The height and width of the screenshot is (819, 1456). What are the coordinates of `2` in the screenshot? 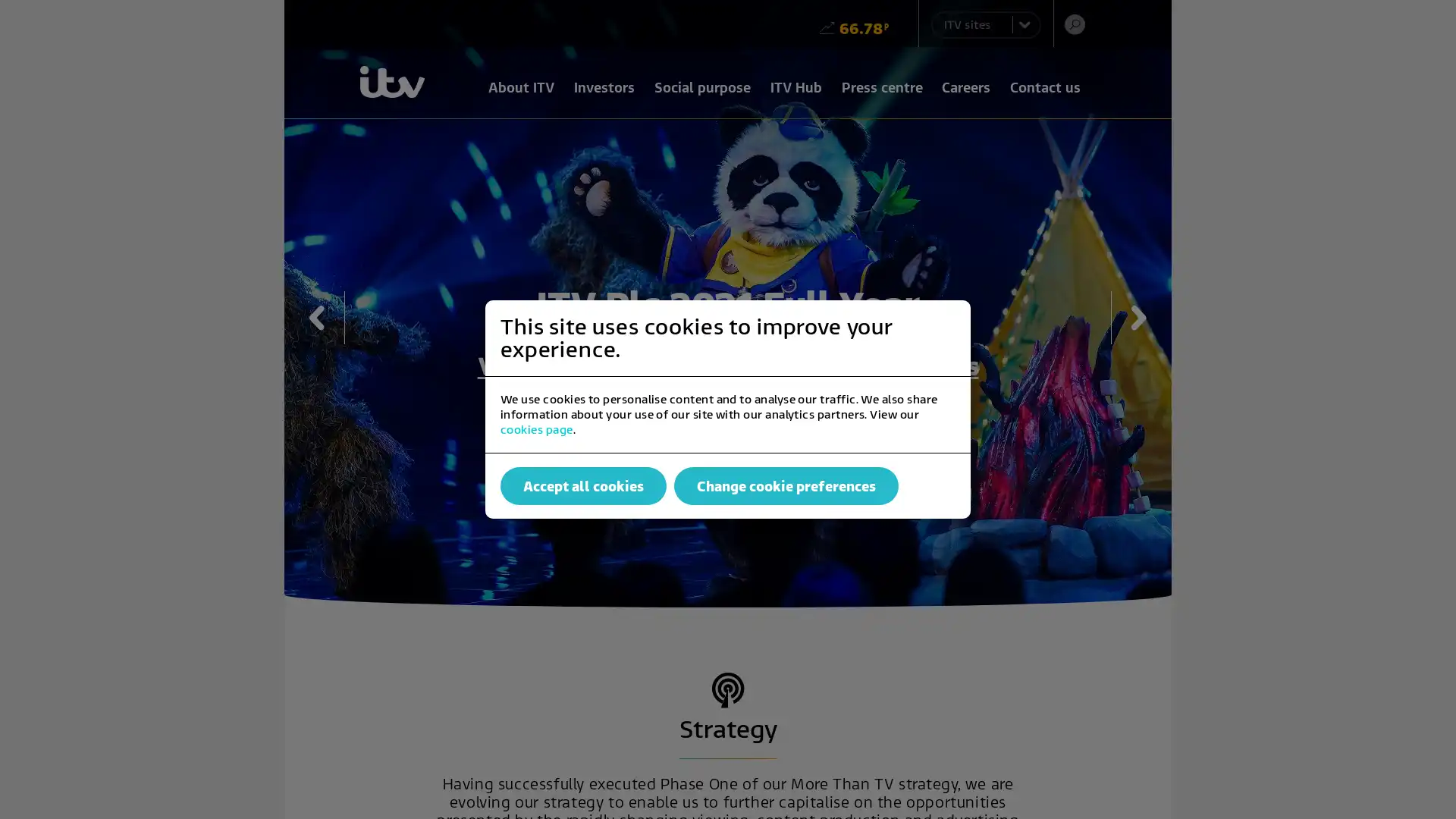 It's located at (746, 444).